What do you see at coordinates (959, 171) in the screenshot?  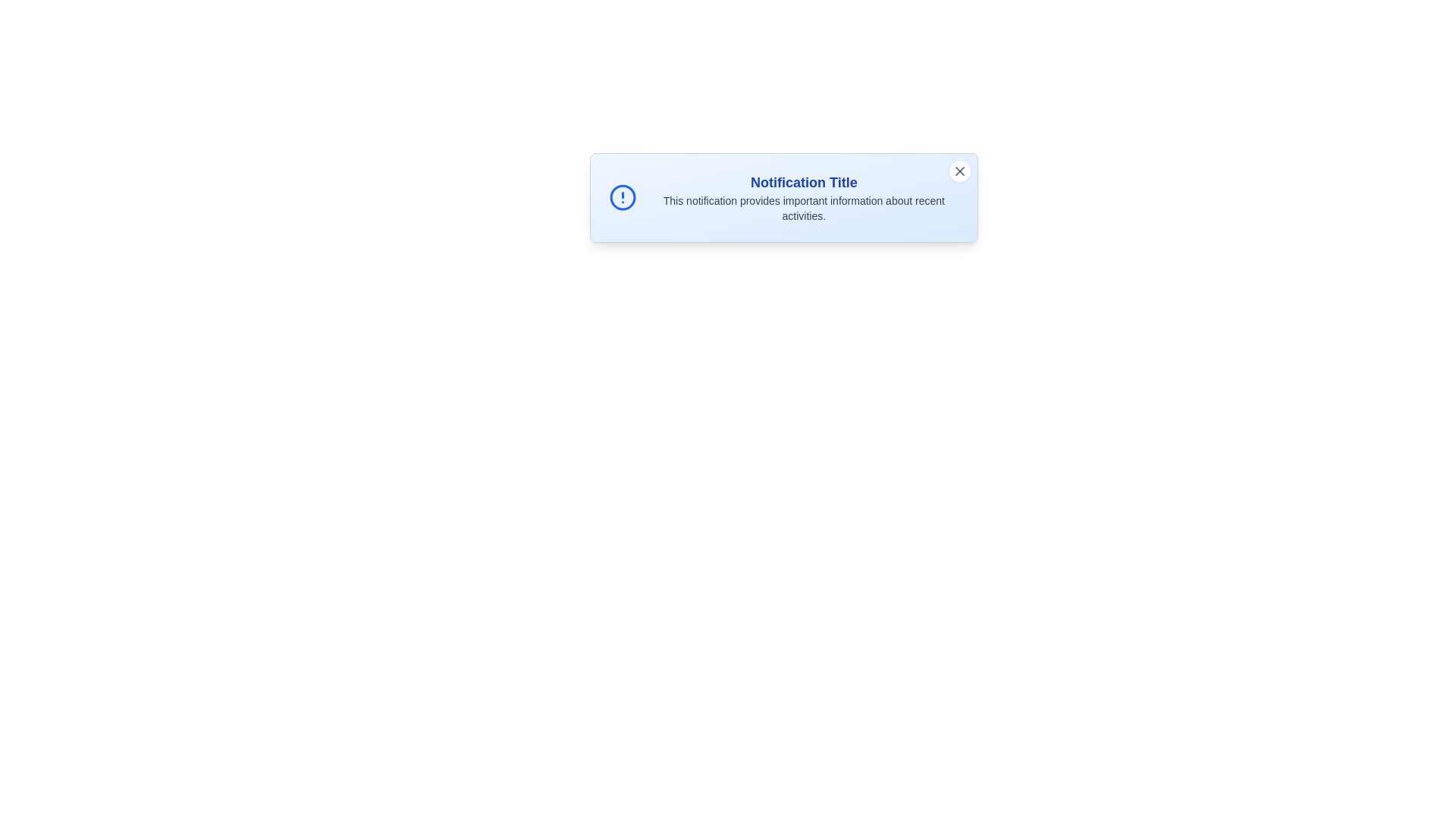 I see `the circular 'X' icon button located in the top-right corner of the notification card to observe the hover effect` at bounding box center [959, 171].